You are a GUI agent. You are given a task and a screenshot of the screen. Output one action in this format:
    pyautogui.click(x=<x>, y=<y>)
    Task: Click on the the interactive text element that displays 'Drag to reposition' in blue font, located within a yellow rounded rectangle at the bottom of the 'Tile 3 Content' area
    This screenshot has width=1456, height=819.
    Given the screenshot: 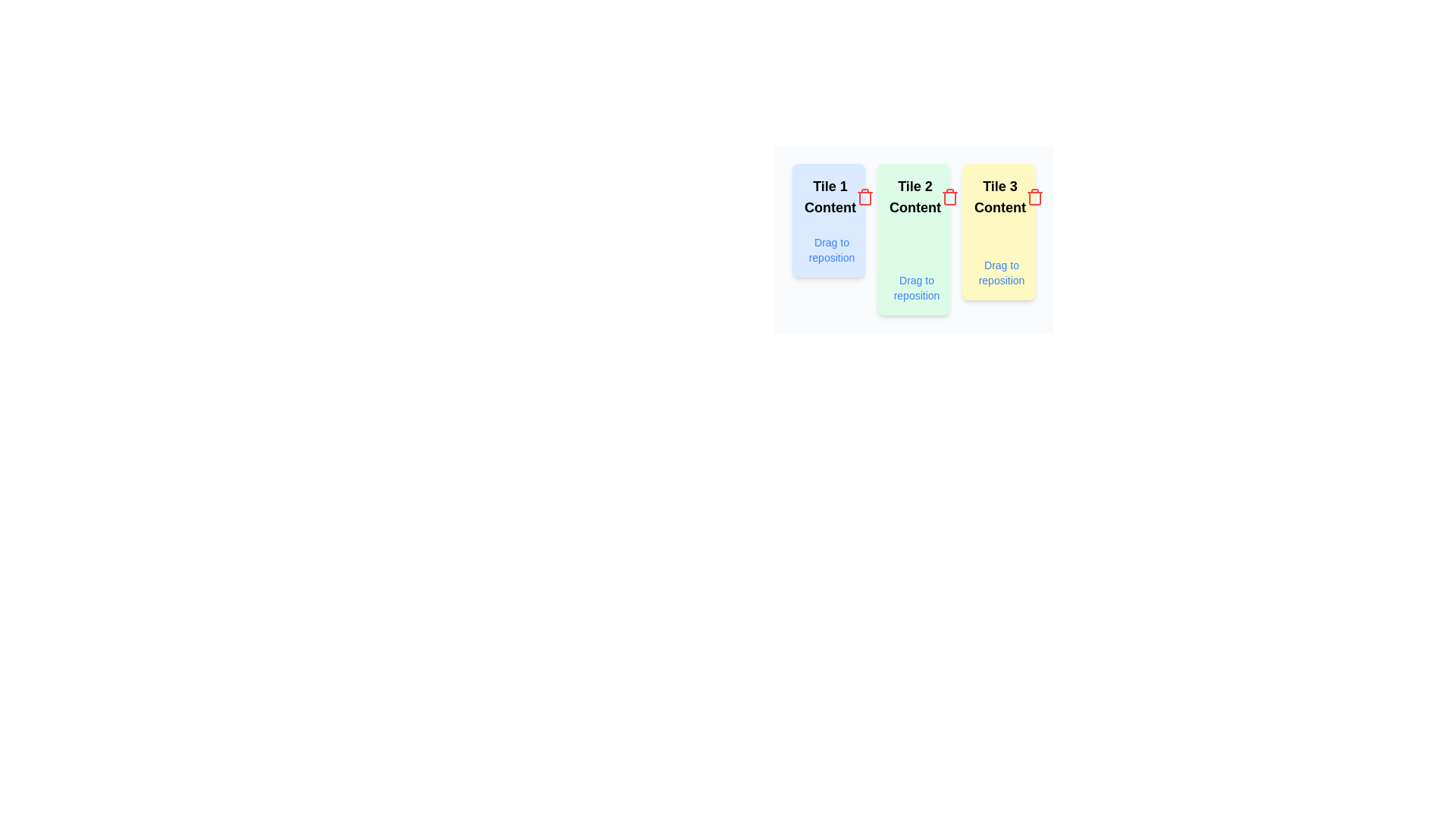 What is the action you would take?
    pyautogui.click(x=998, y=271)
    